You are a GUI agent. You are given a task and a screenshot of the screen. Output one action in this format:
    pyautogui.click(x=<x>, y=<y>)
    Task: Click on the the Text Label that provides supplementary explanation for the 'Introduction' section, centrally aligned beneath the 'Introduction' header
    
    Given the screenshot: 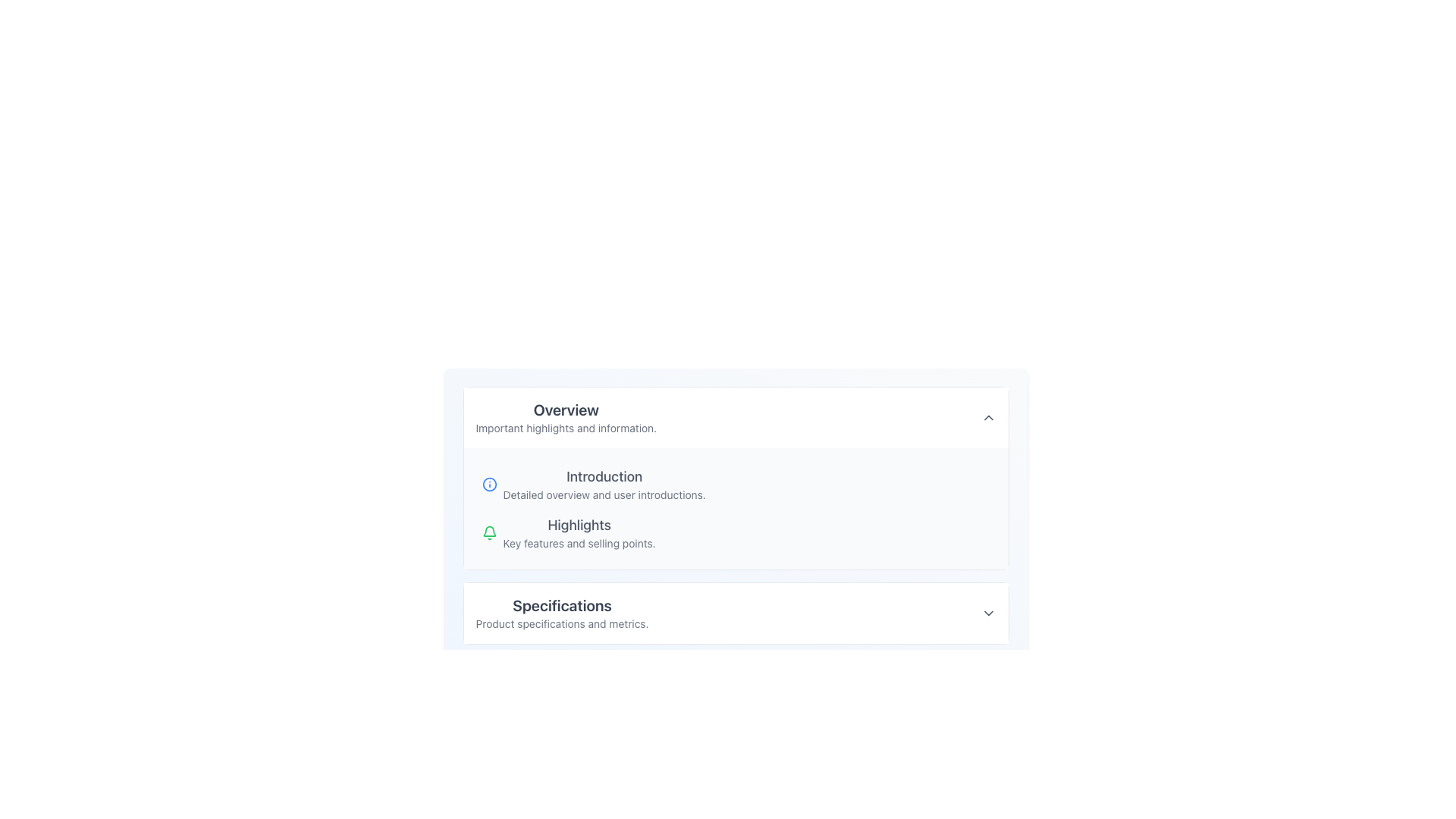 What is the action you would take?
    pyautogui.click(x=604, y=494)
    